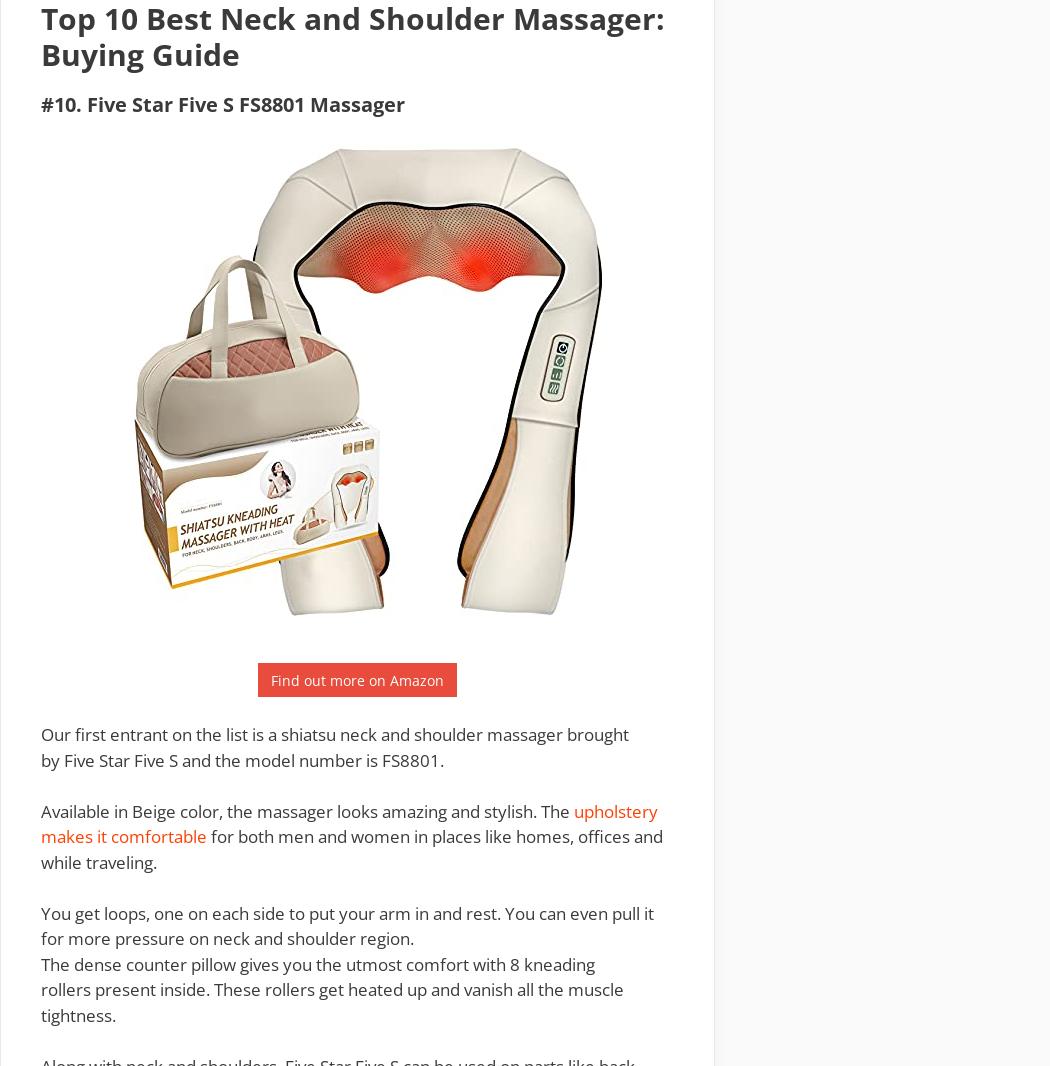  I want to click on 'in places like homes, offices and while traveling.', so click(350, 848).